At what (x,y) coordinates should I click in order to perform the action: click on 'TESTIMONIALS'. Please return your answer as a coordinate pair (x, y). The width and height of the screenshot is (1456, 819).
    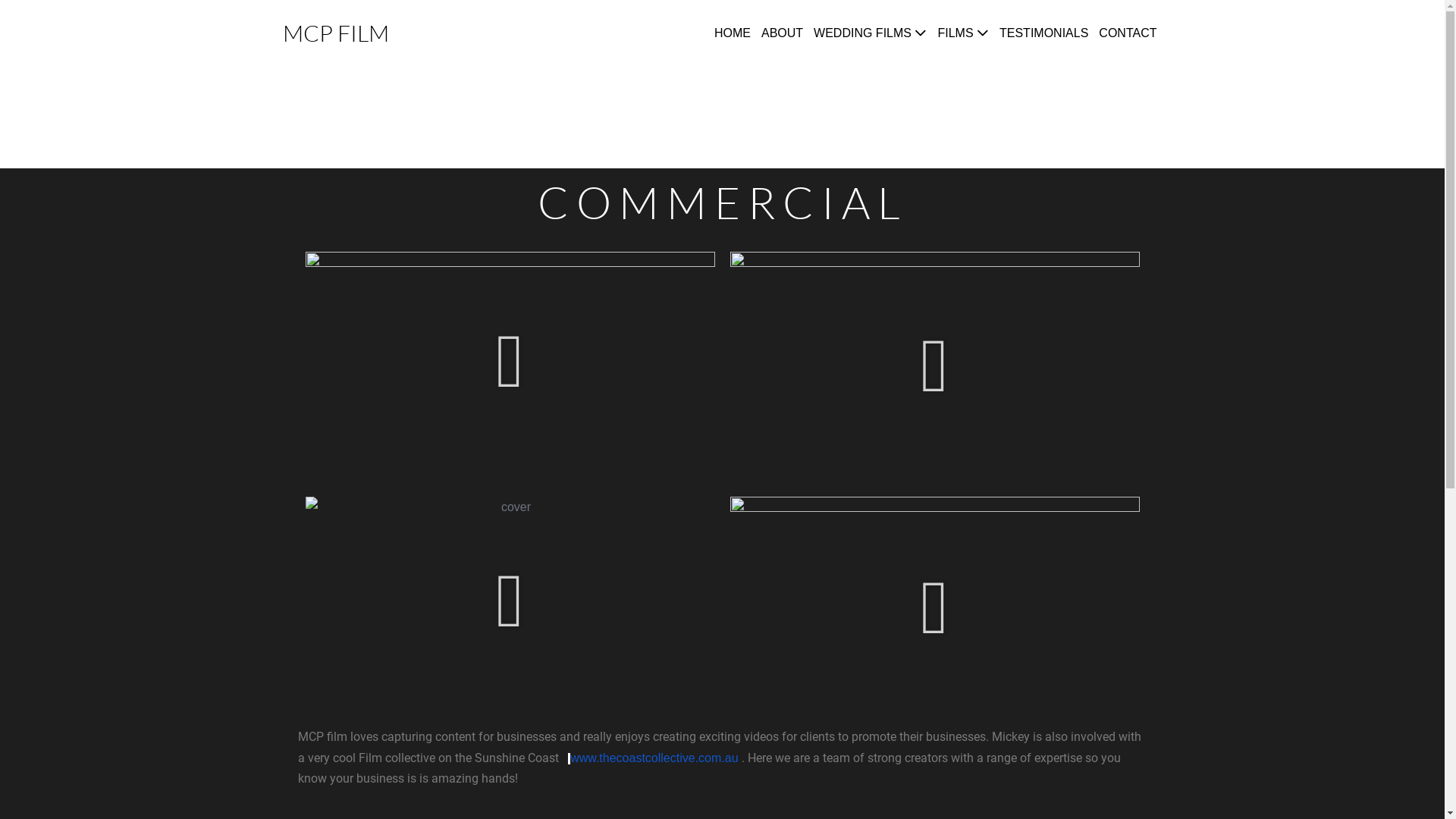
    Looking at the image, I should click on (1043, 33).